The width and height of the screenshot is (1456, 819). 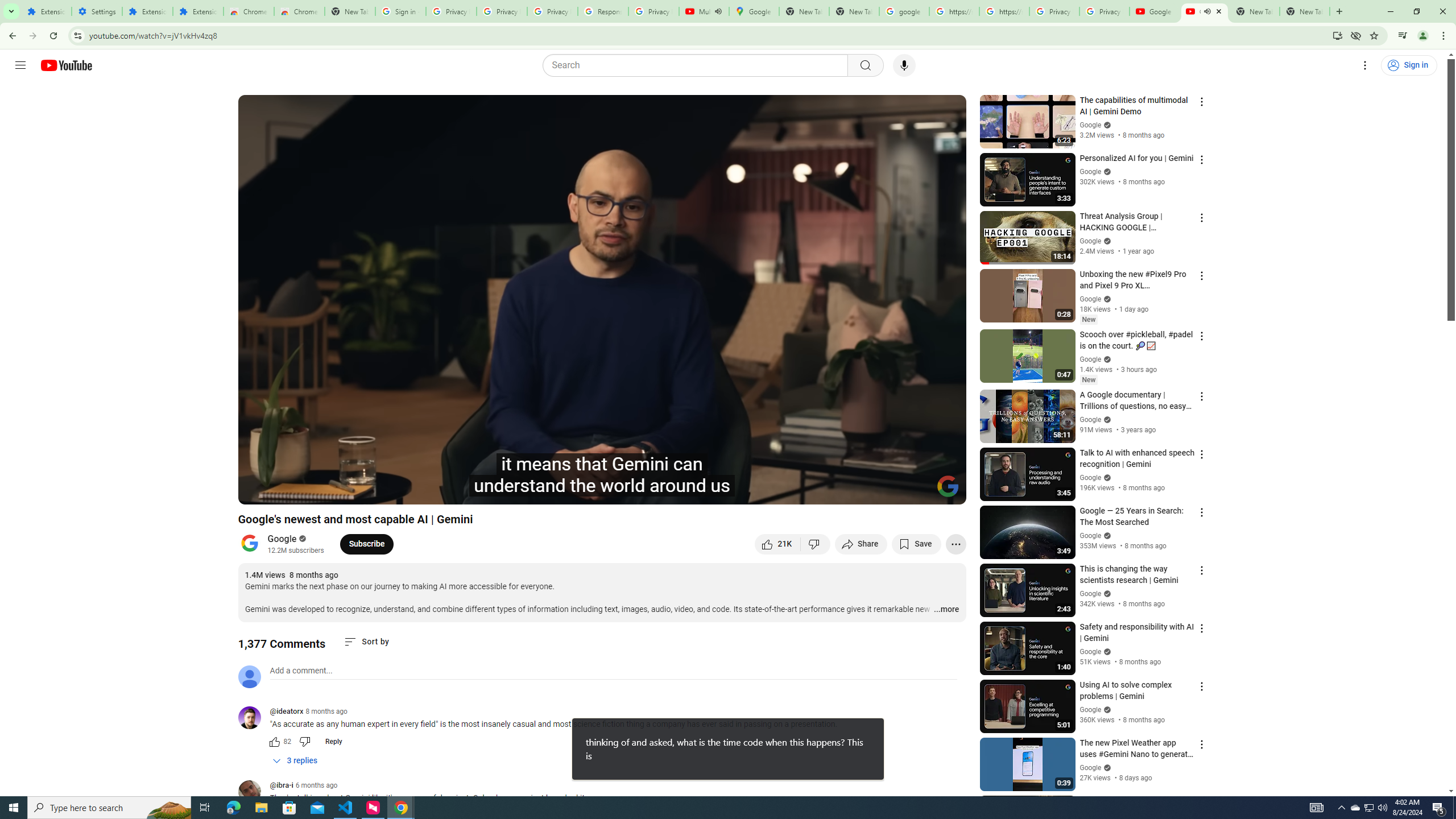 What do you see at coordinates (1087, 379) in the screenshot?
I see `'New'` at bounding box center [1087, 379].